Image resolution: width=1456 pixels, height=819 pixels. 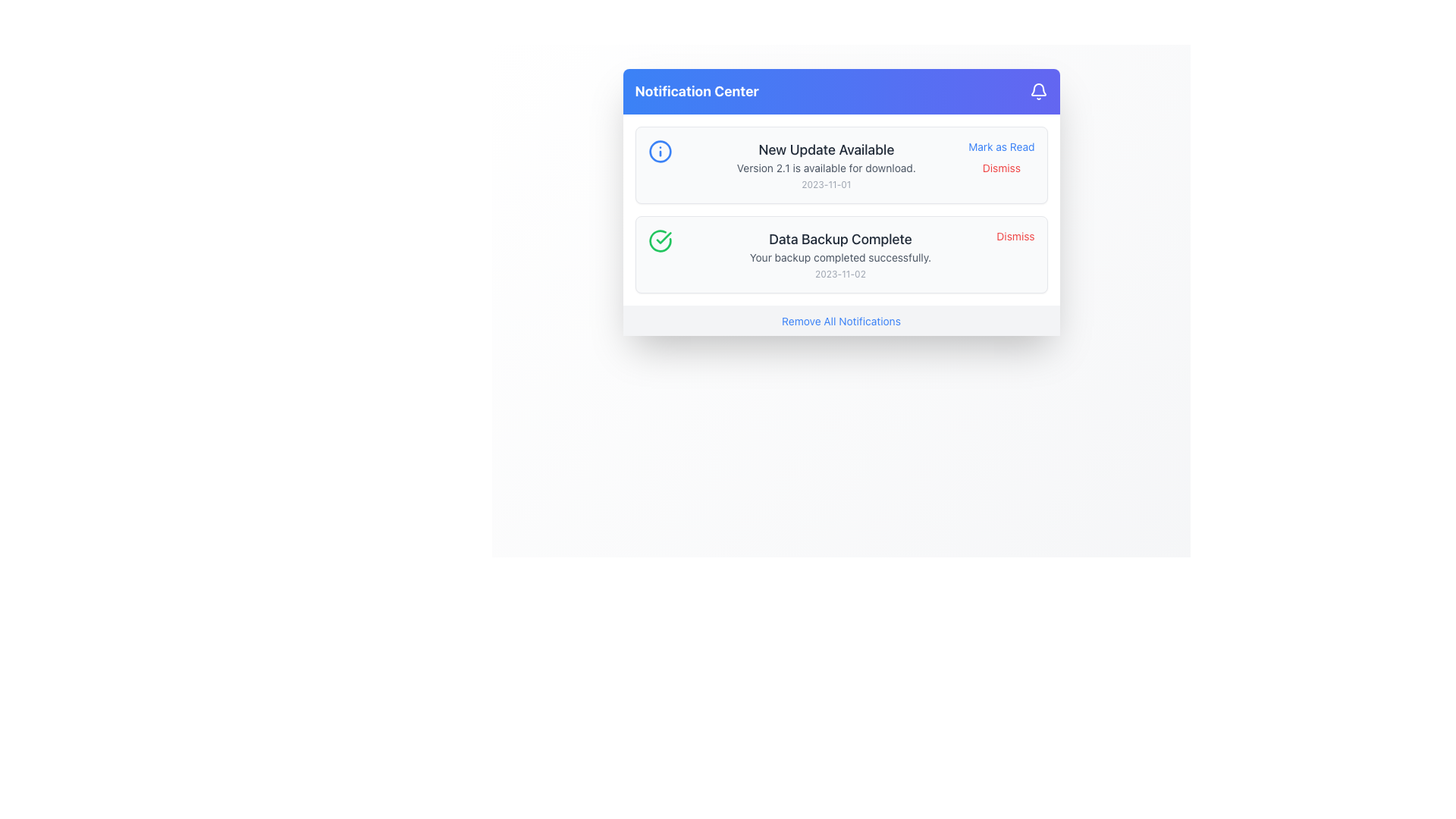 I want to click on the dismiss button located at the right end of the 'Data Backup Complete' notification block in the Notification Center, so click(x=1015, y=237).